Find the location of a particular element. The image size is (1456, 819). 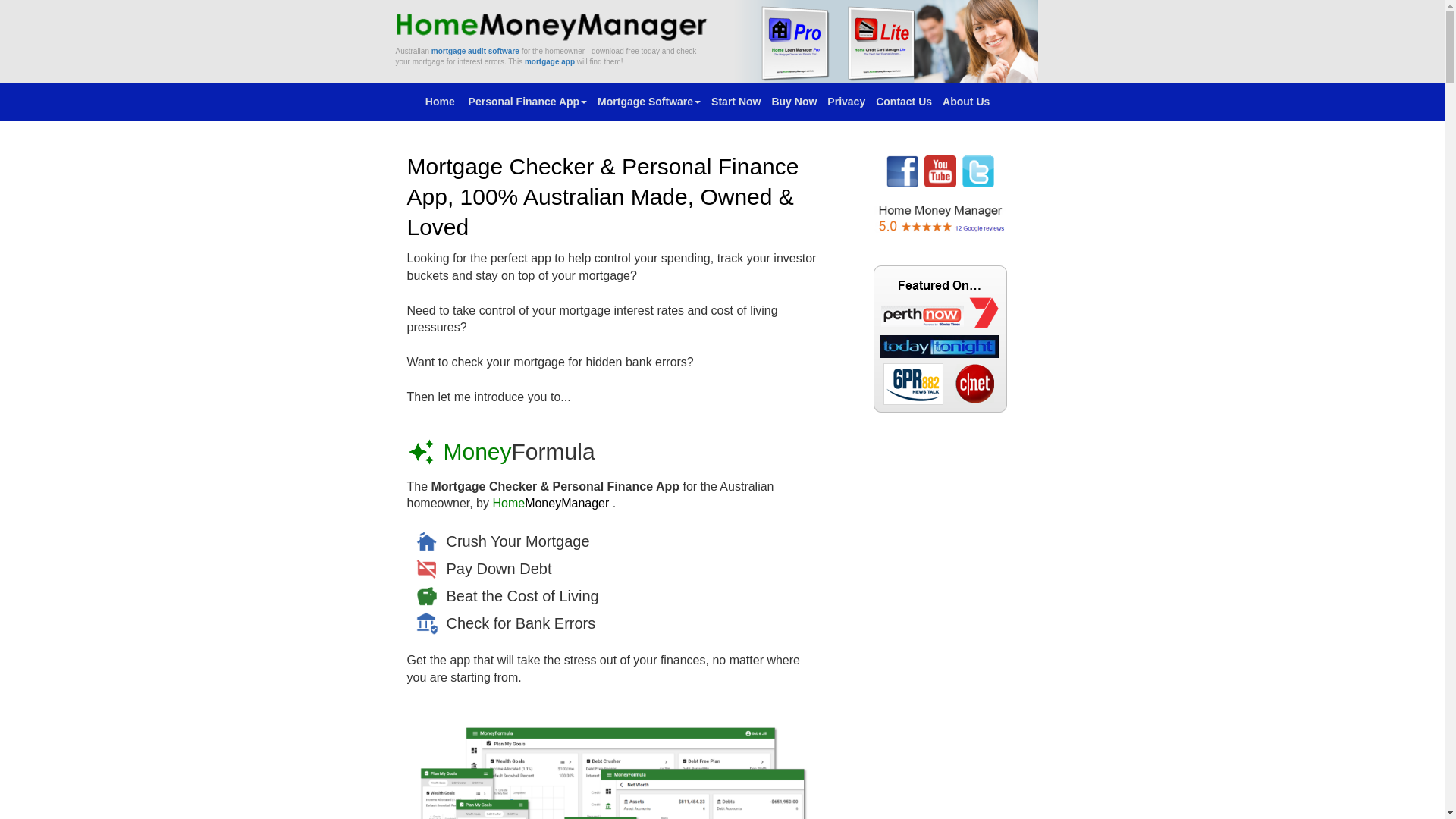

'Contact Us' is located at coordinates (903, 102).